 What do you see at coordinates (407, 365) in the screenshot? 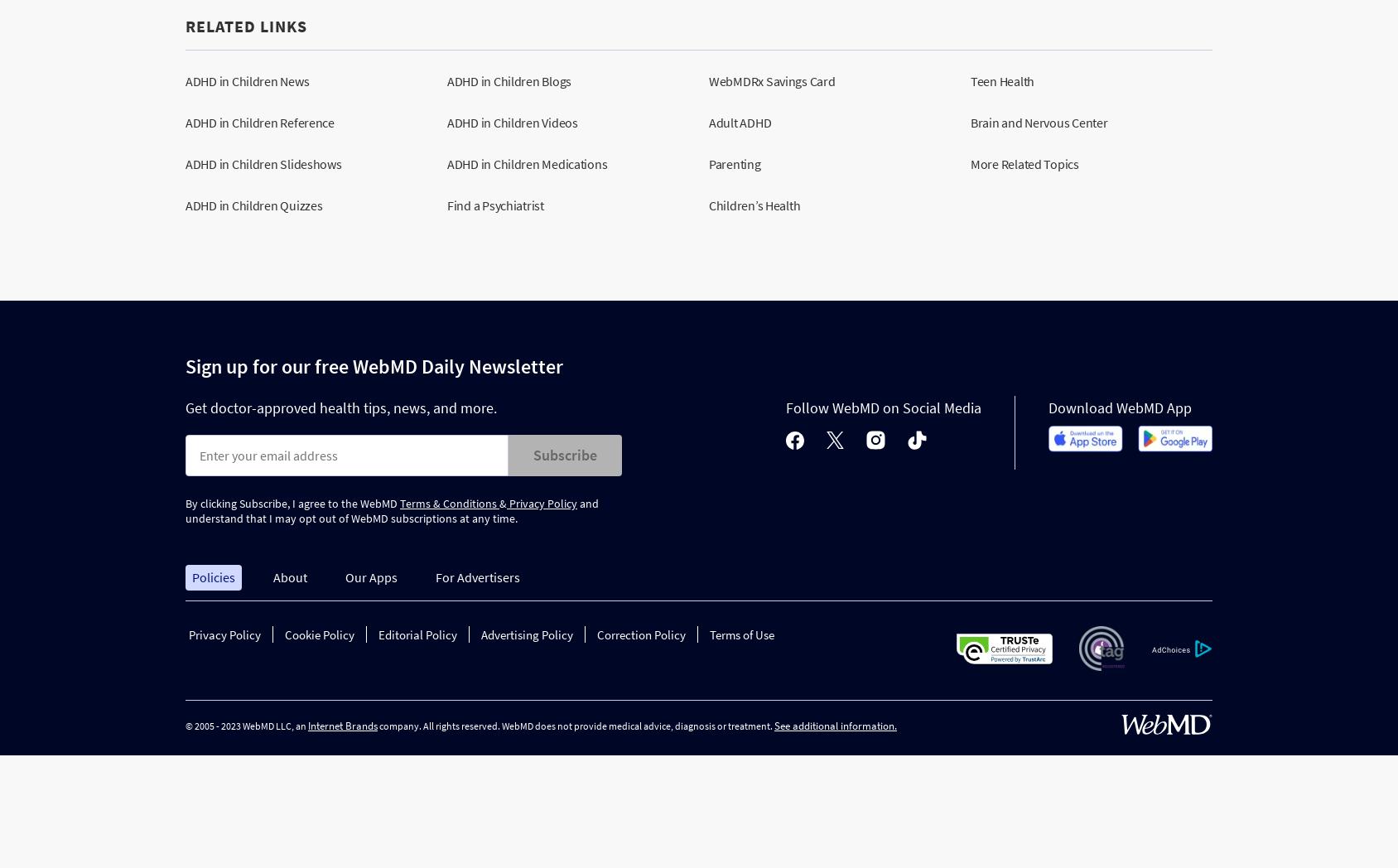
I see `'WebMD Daily'` at bounding box center [407, 365].